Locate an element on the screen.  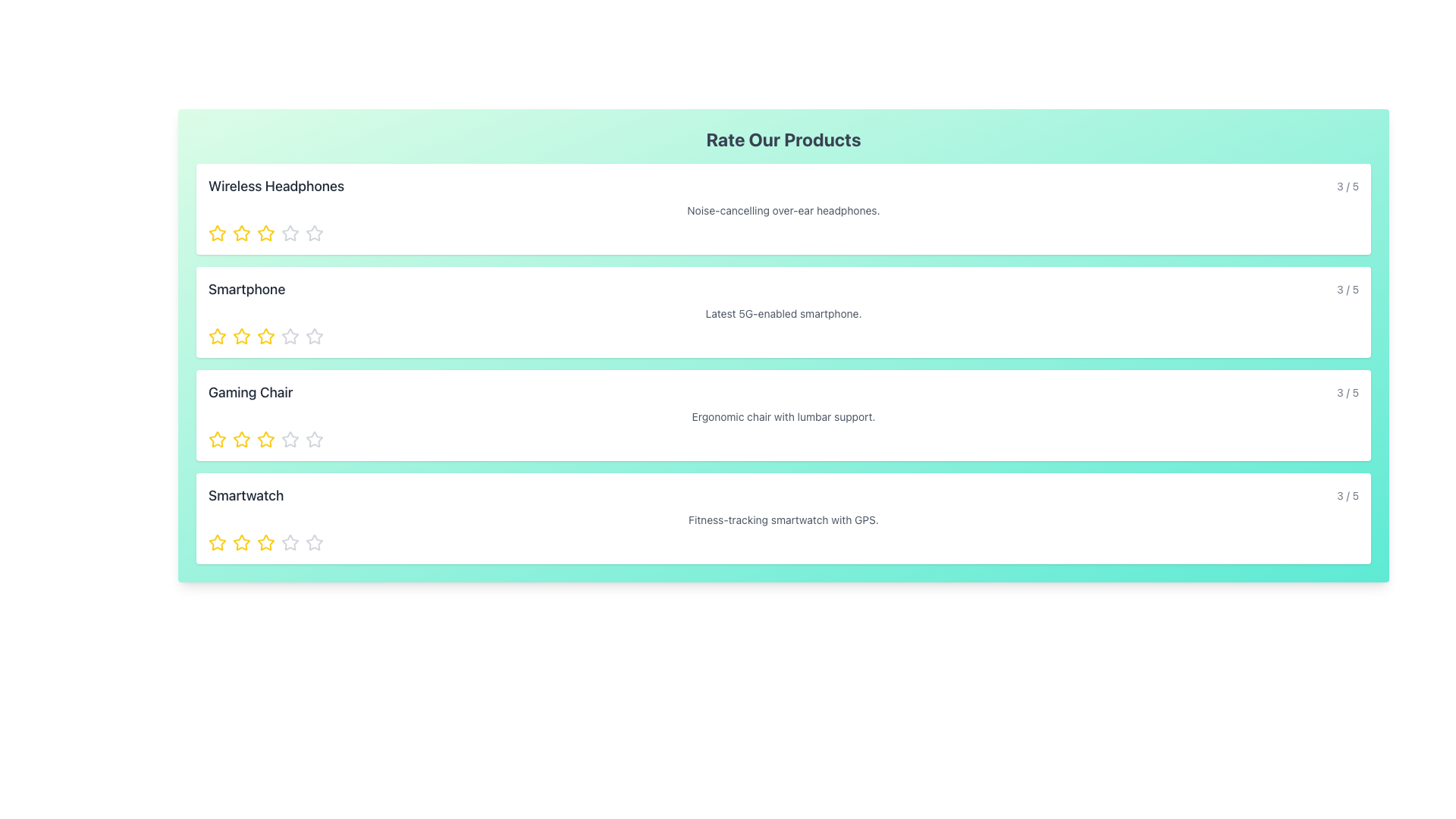
the active yellow star-shaped icon used for rating, which is the third star from the left in the series of five stars on the 'Wireless Headphones' card is located at coordinates (265, 233).